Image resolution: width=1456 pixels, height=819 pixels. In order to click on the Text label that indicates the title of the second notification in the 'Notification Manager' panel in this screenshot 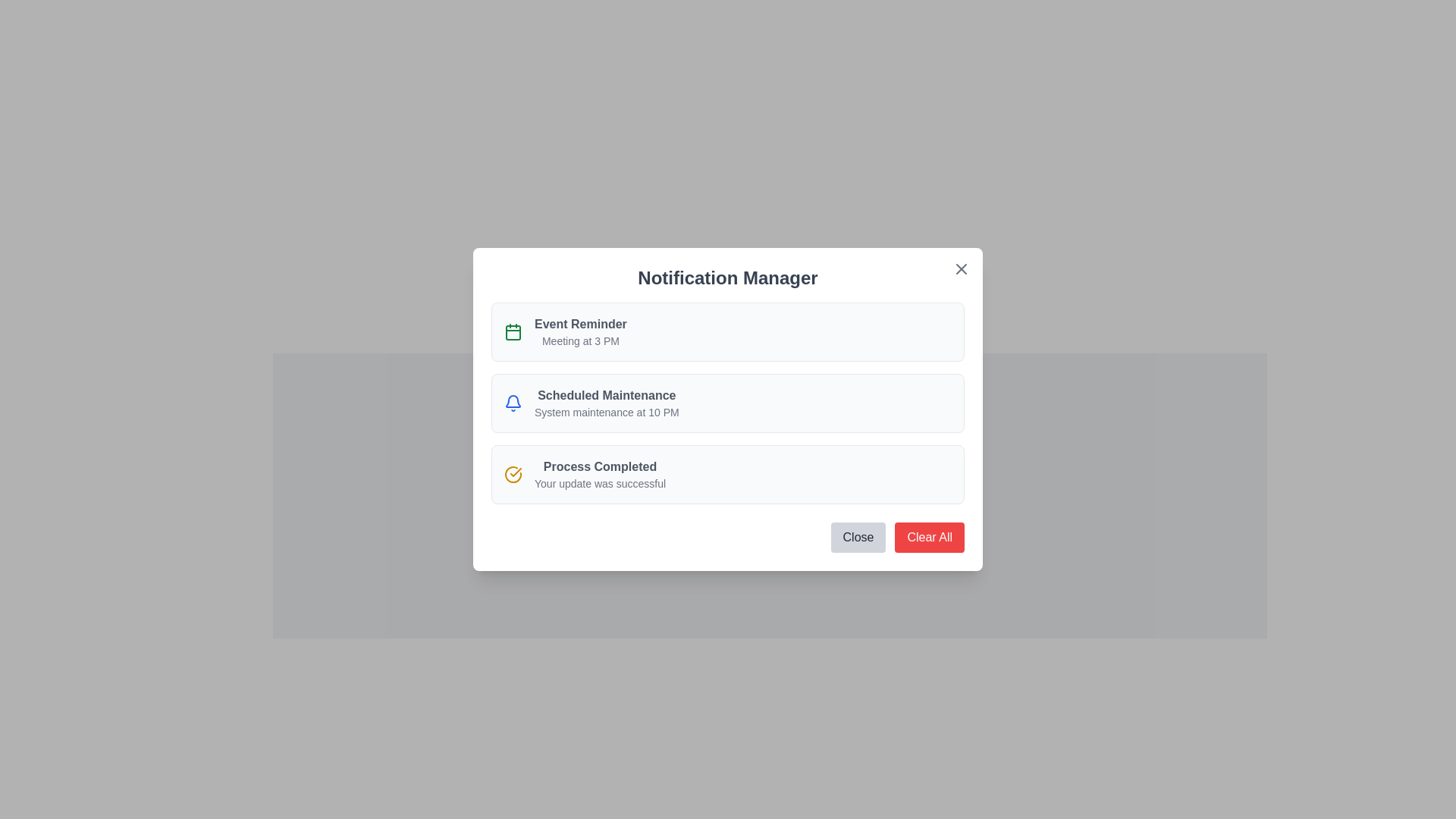, I will do `click(607, 394)`.